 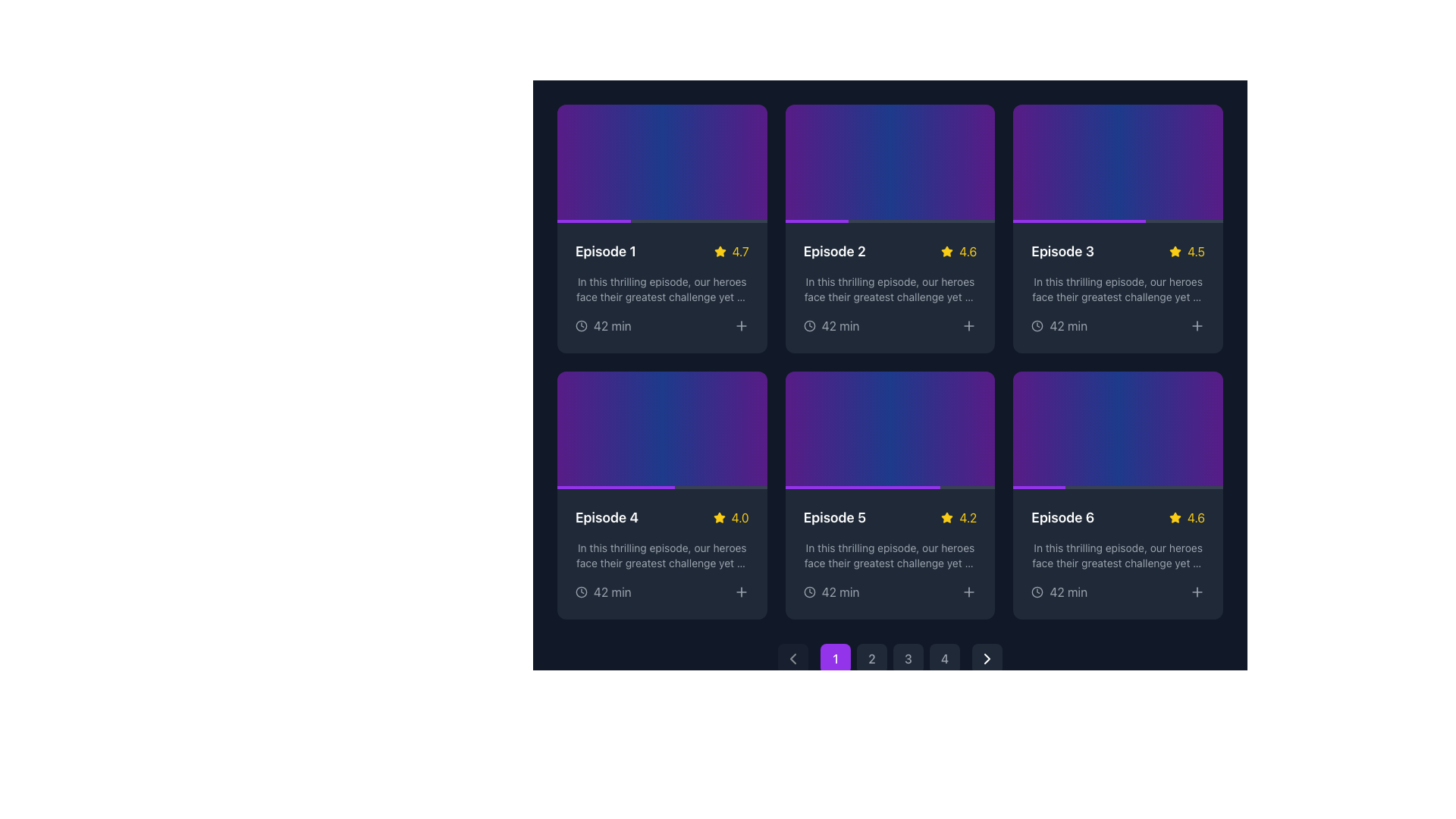 What do you see at coordinates (1068, 591) in the screenshot?
I see `the static text label displaying the duration of 'Episode 6', which is located at the bottom-right corner of the interface, adjacent to a clock icon on the left and the text '42 min' on the right` at bounding box center [1068, 591].